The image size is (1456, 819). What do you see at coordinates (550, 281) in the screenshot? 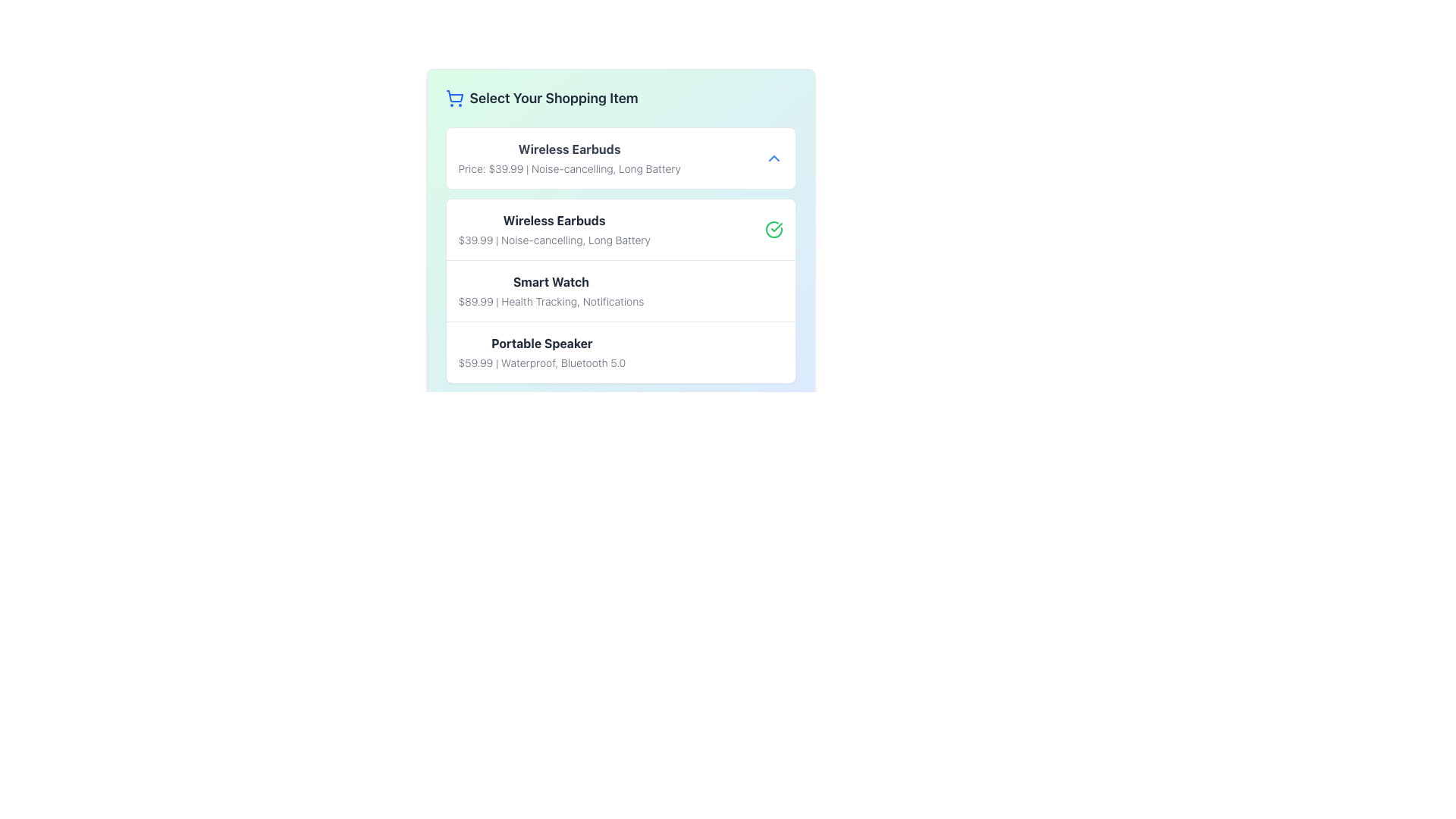
I see `text content of the element displaying 'Smart Watch' in bold dark gray font, located in the middle of the shopping list above the price details` at bounding box center [550, 281].